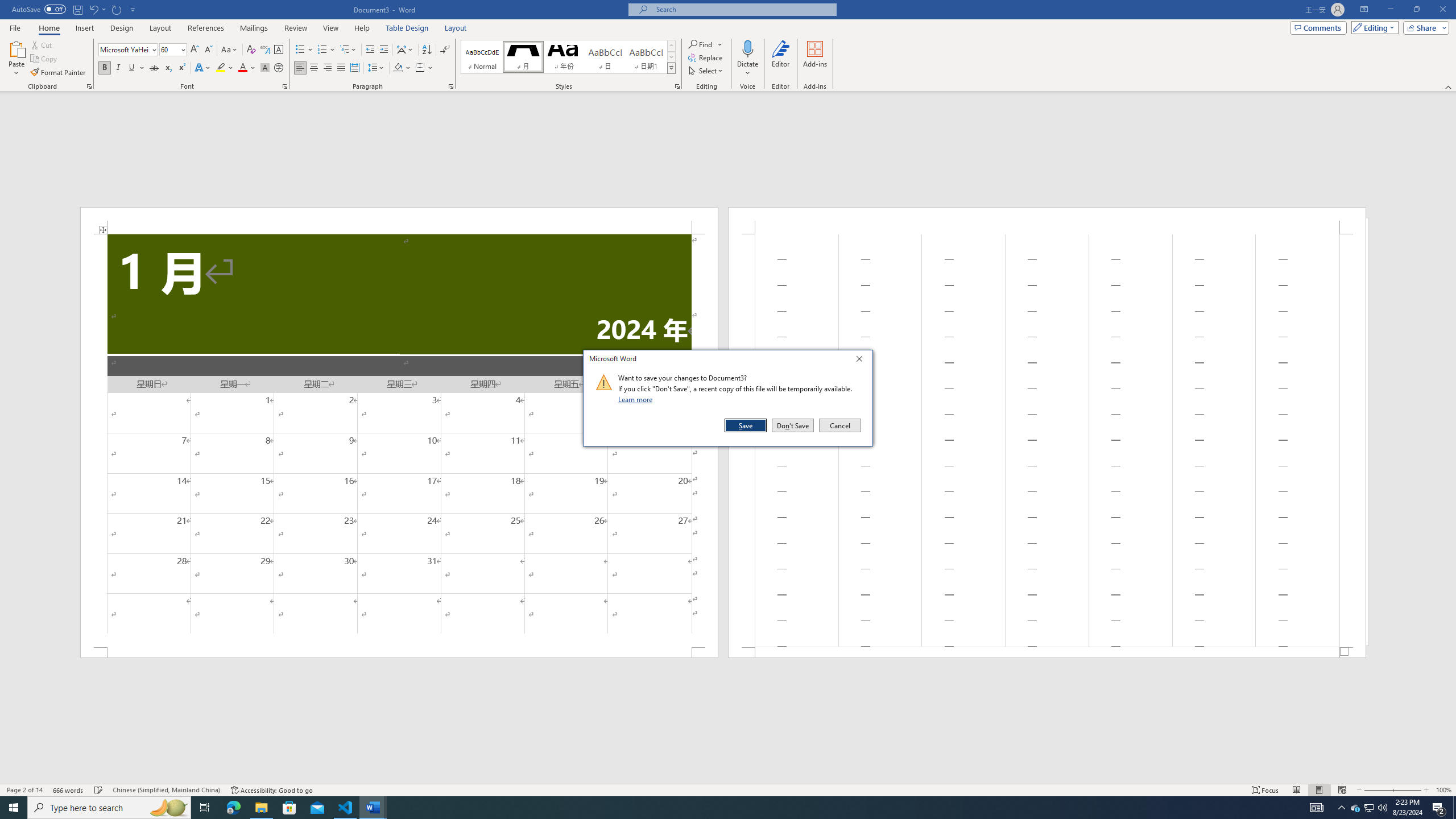  I want to click on 'Show desktop', so click(1454, 806).